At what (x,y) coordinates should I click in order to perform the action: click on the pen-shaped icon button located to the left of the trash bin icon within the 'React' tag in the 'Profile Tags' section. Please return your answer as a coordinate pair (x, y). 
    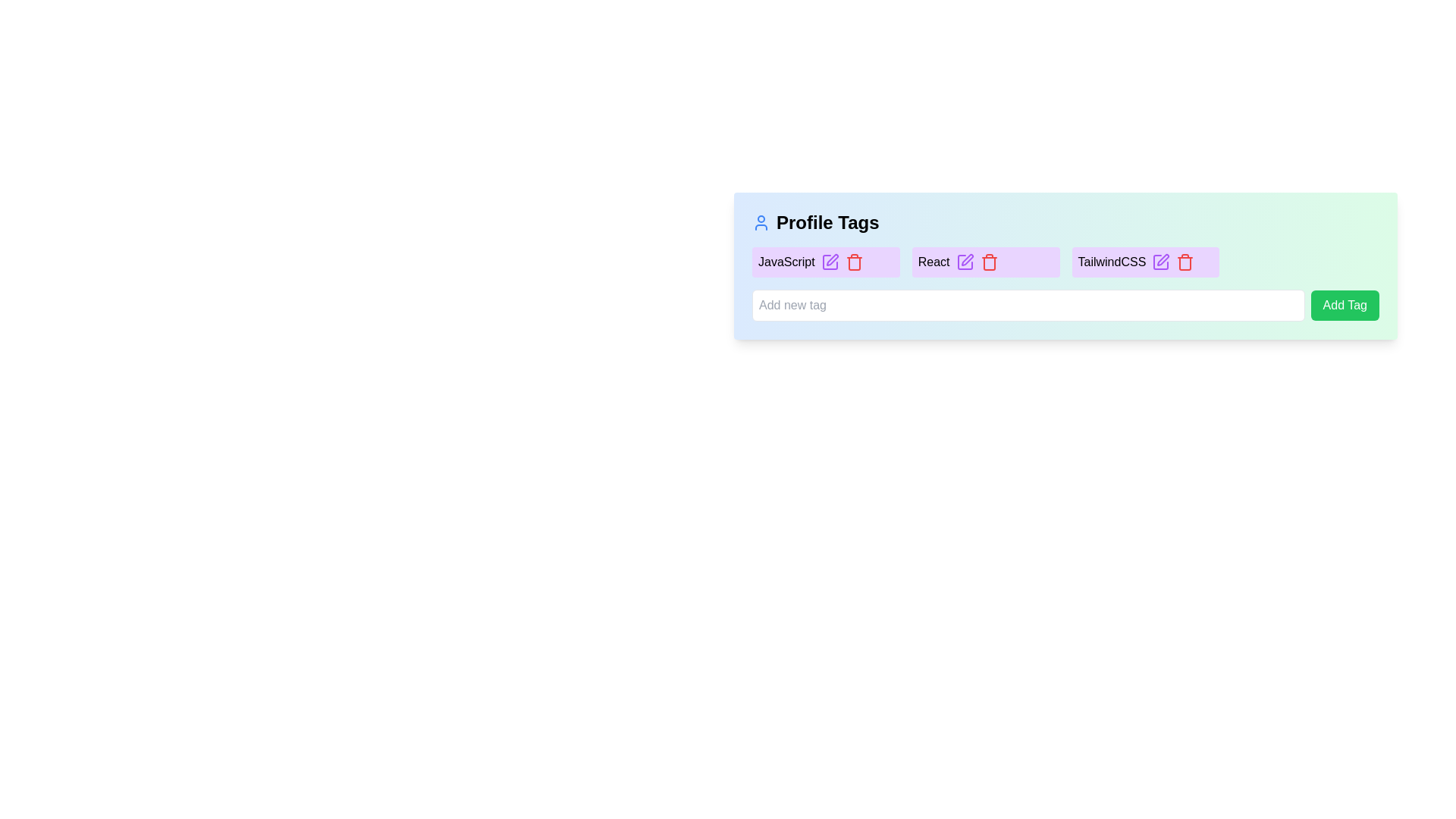
    Looking at the image, I should click on (966, 259).